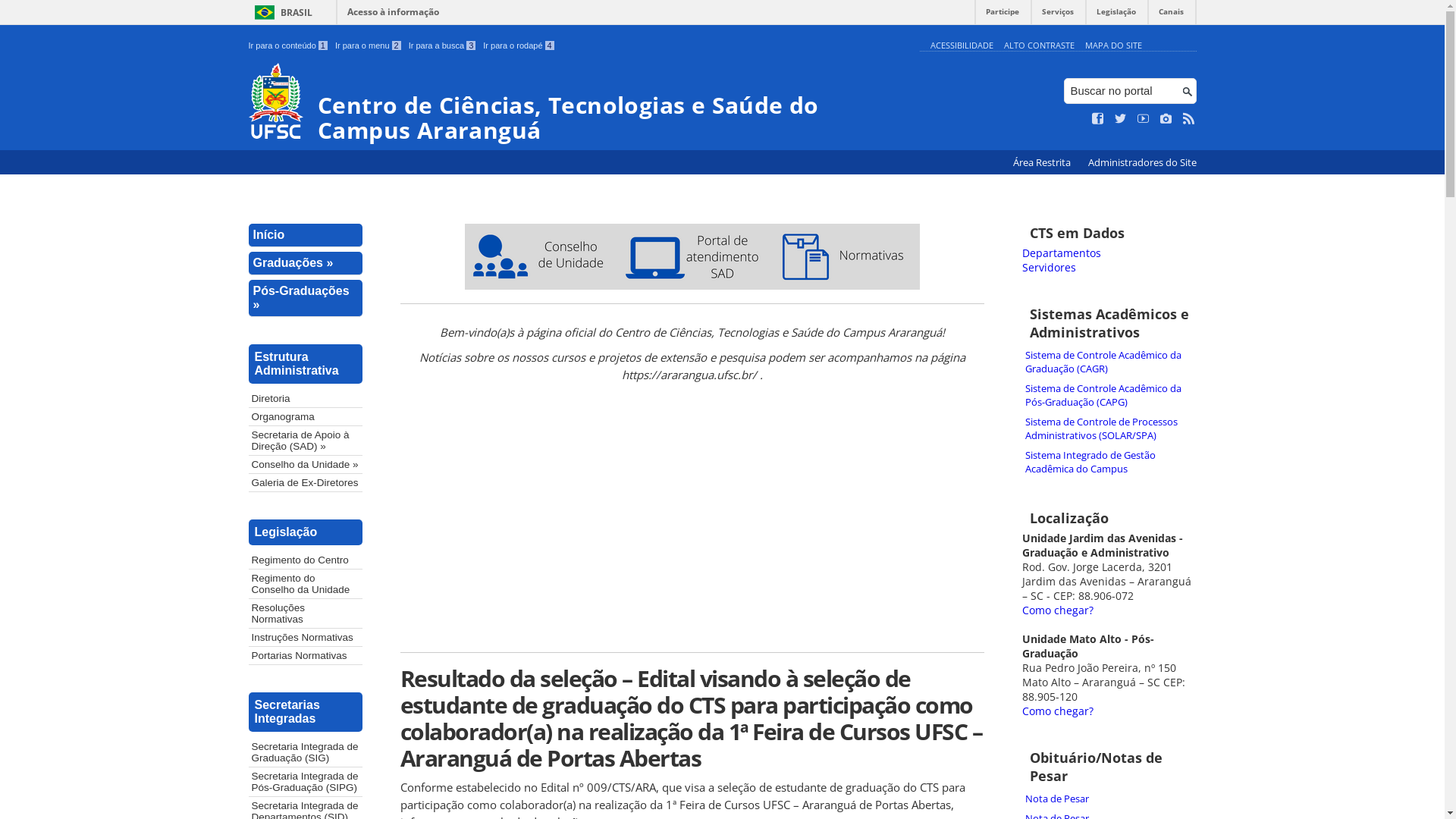 This screenshot has height=819, width=1456. I want to click on 'Participe', so click(1002, 15).